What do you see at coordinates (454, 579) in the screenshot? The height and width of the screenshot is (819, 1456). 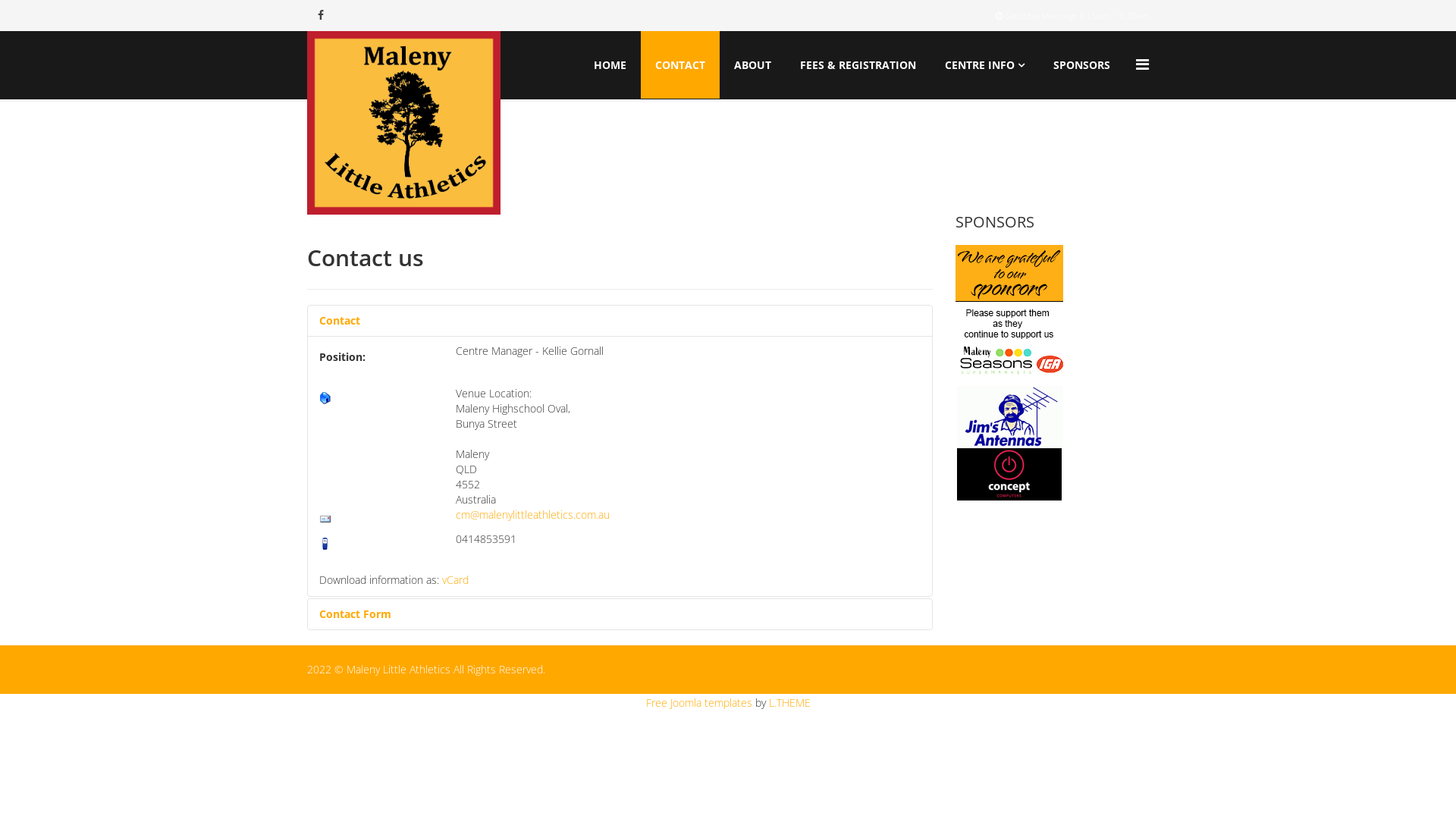 I see `'vCard'` at bounding box center [454, 579].